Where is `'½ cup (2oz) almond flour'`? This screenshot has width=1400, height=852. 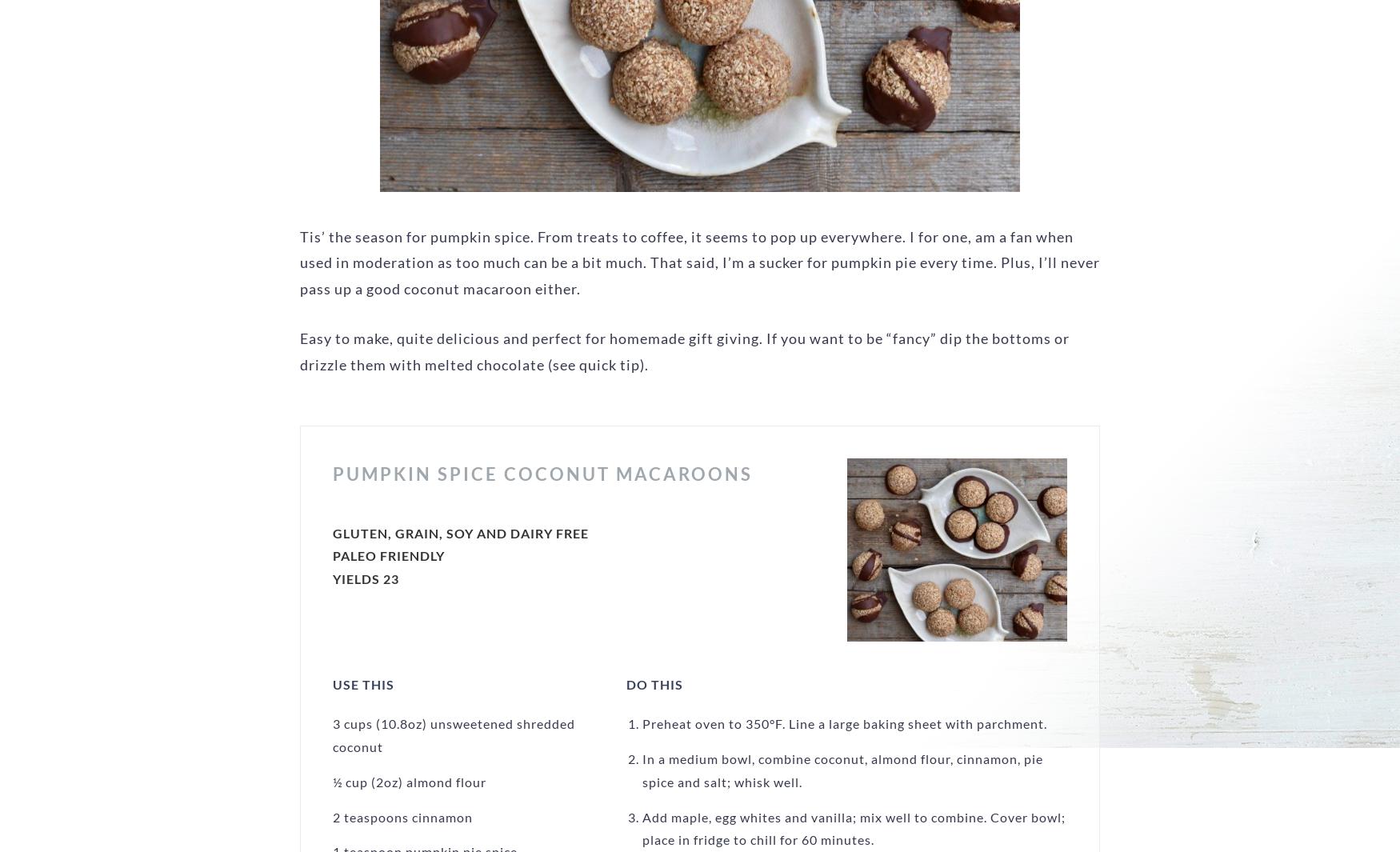
'½ cup (2oz) almond flour' is located at coordinates (409, 781).